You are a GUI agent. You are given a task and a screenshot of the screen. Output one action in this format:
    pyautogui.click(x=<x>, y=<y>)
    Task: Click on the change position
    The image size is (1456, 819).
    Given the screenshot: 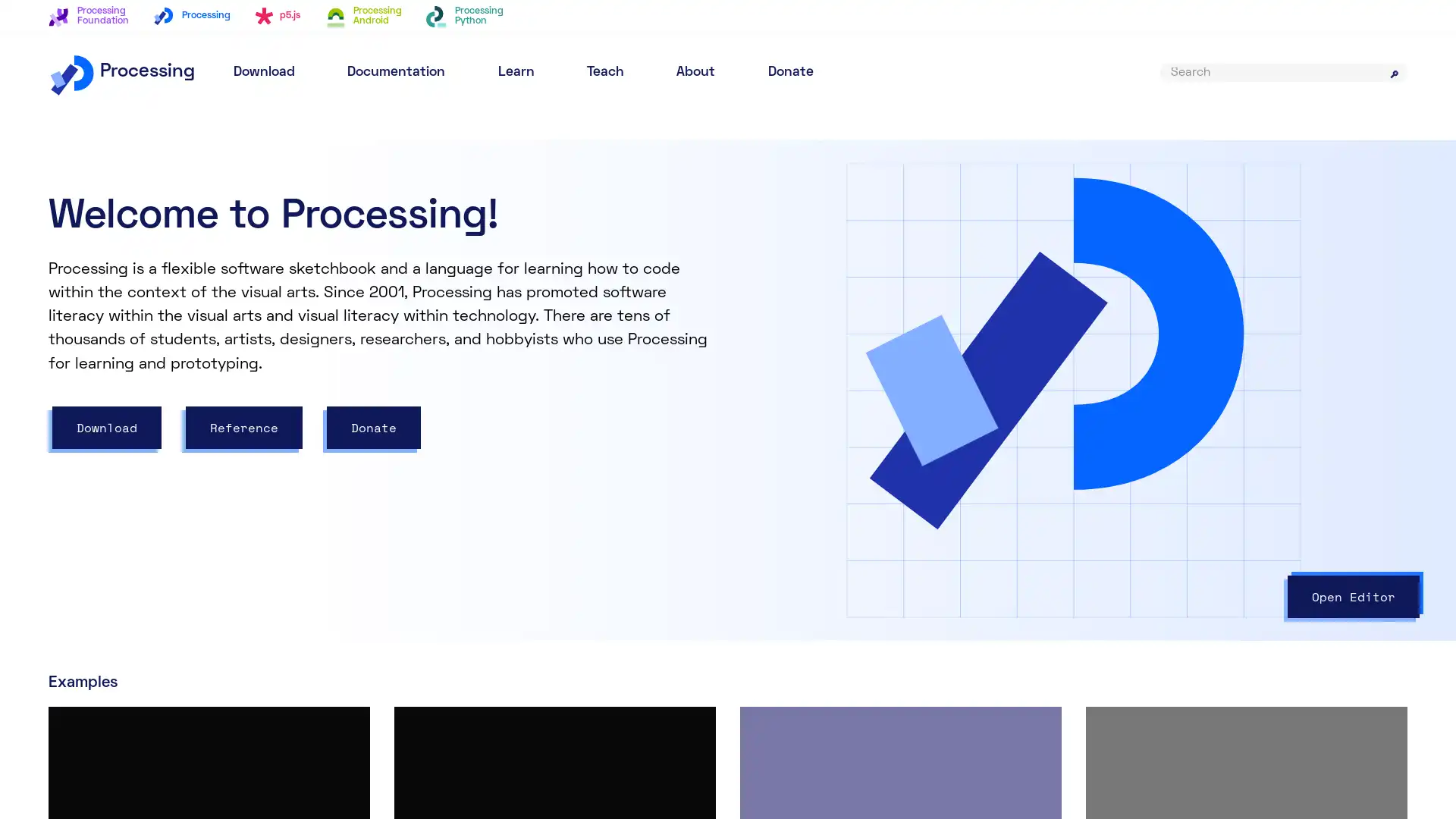 What is the action you would take?
    pyautogui.click(x=905, y=519)
    